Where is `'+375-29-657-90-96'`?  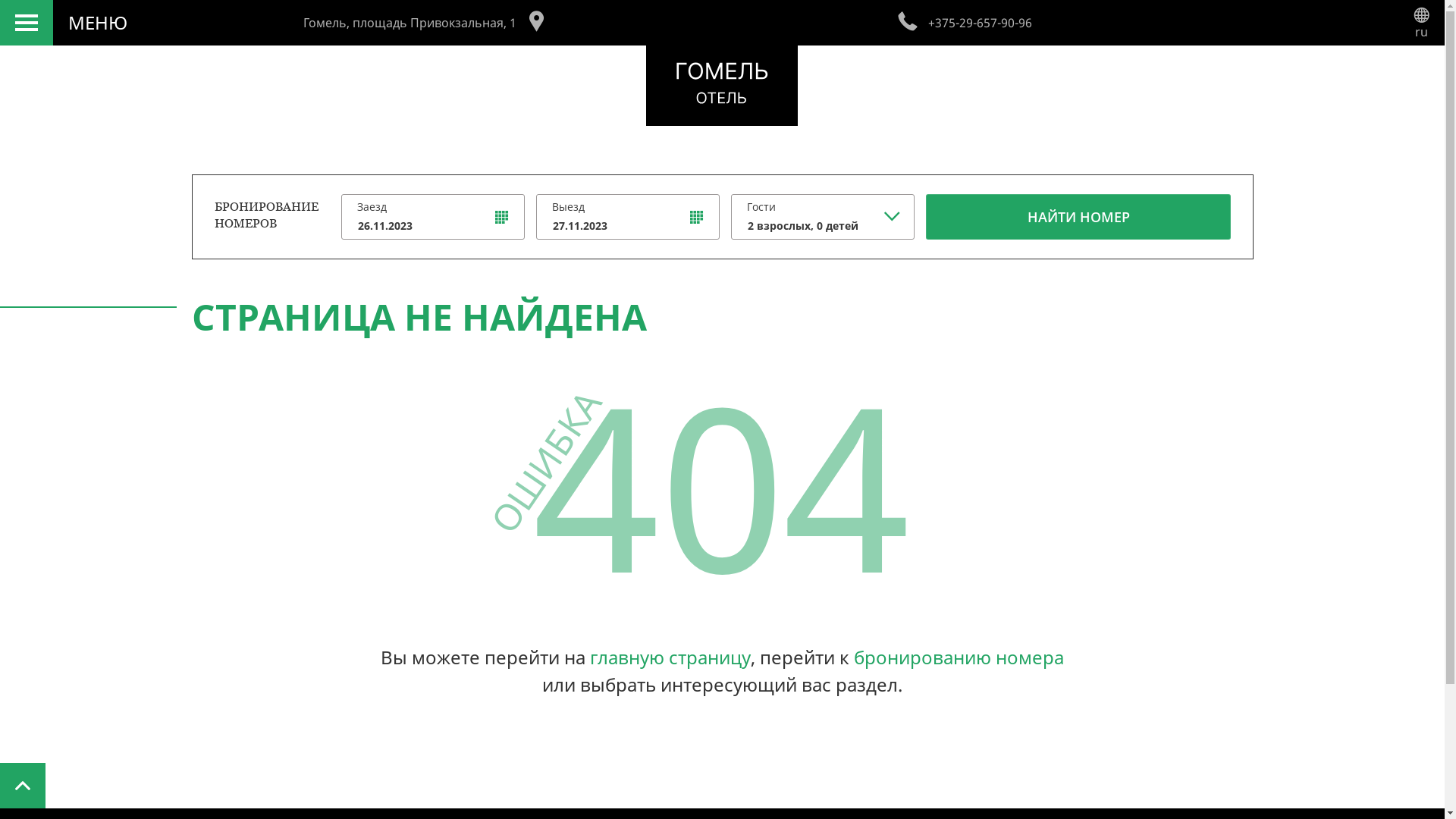 '+375-29-657-90-96' is located at coordinates (955, 23).